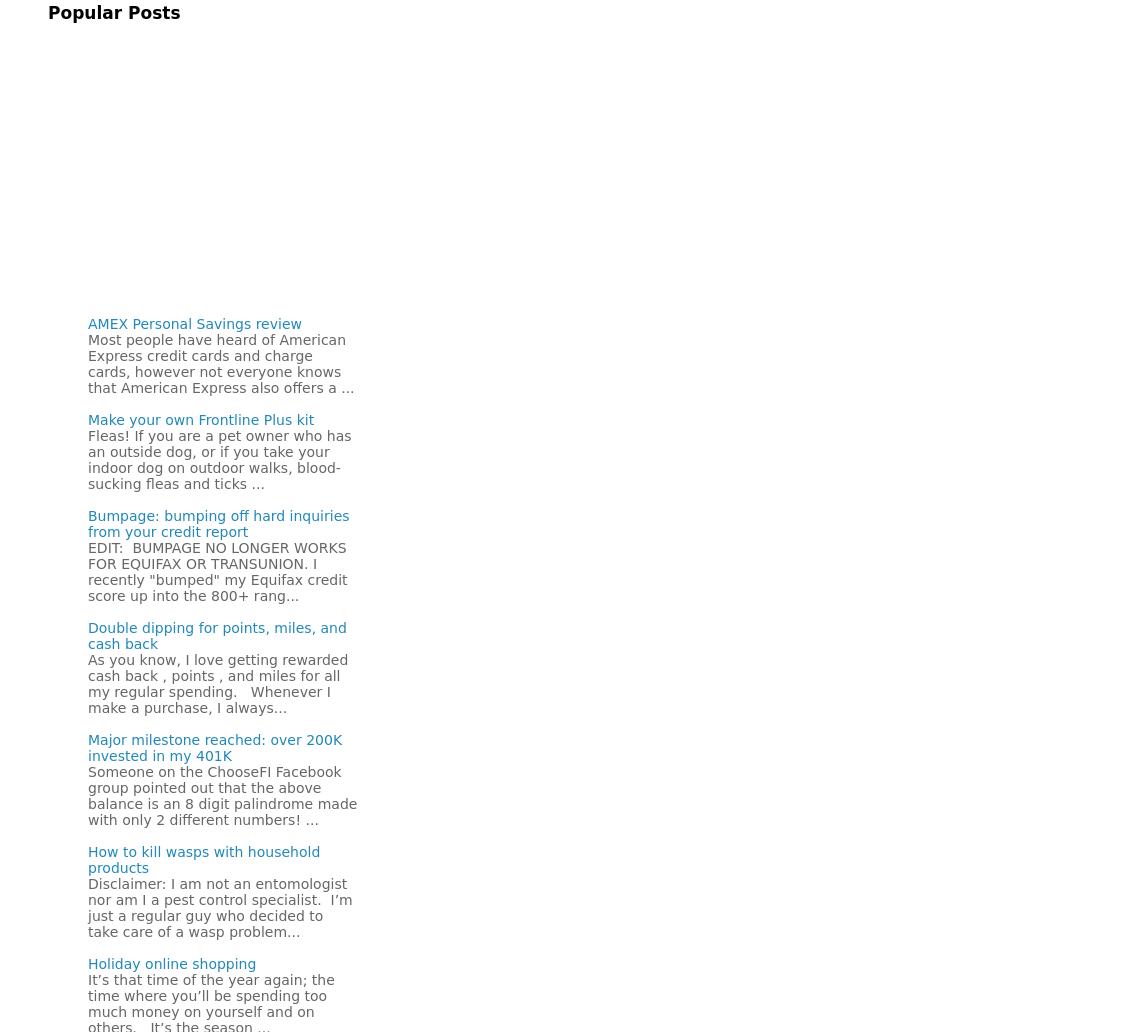 This screenshot has width=1148, height=1032. I want to click on 'As you know, I love getting rewarded cash back , points , and miles  for all my regular spending.   Whenever I make a purchase, I always...', so click(218, 683).